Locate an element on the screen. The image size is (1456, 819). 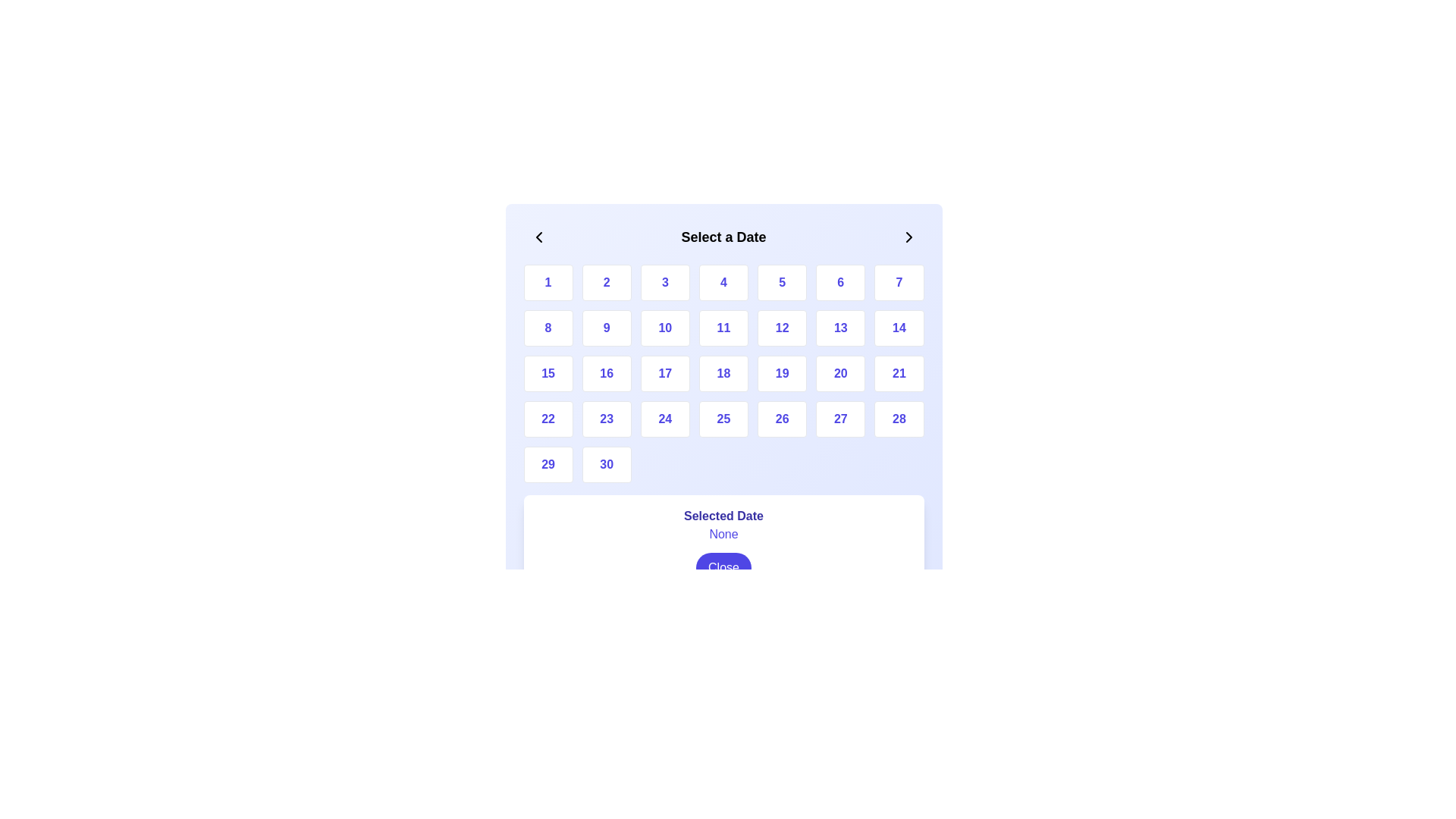
the date selection button representing the date '25' located in the fifth row and fourth column of the calendar grid is located at coordinates (723, 419).